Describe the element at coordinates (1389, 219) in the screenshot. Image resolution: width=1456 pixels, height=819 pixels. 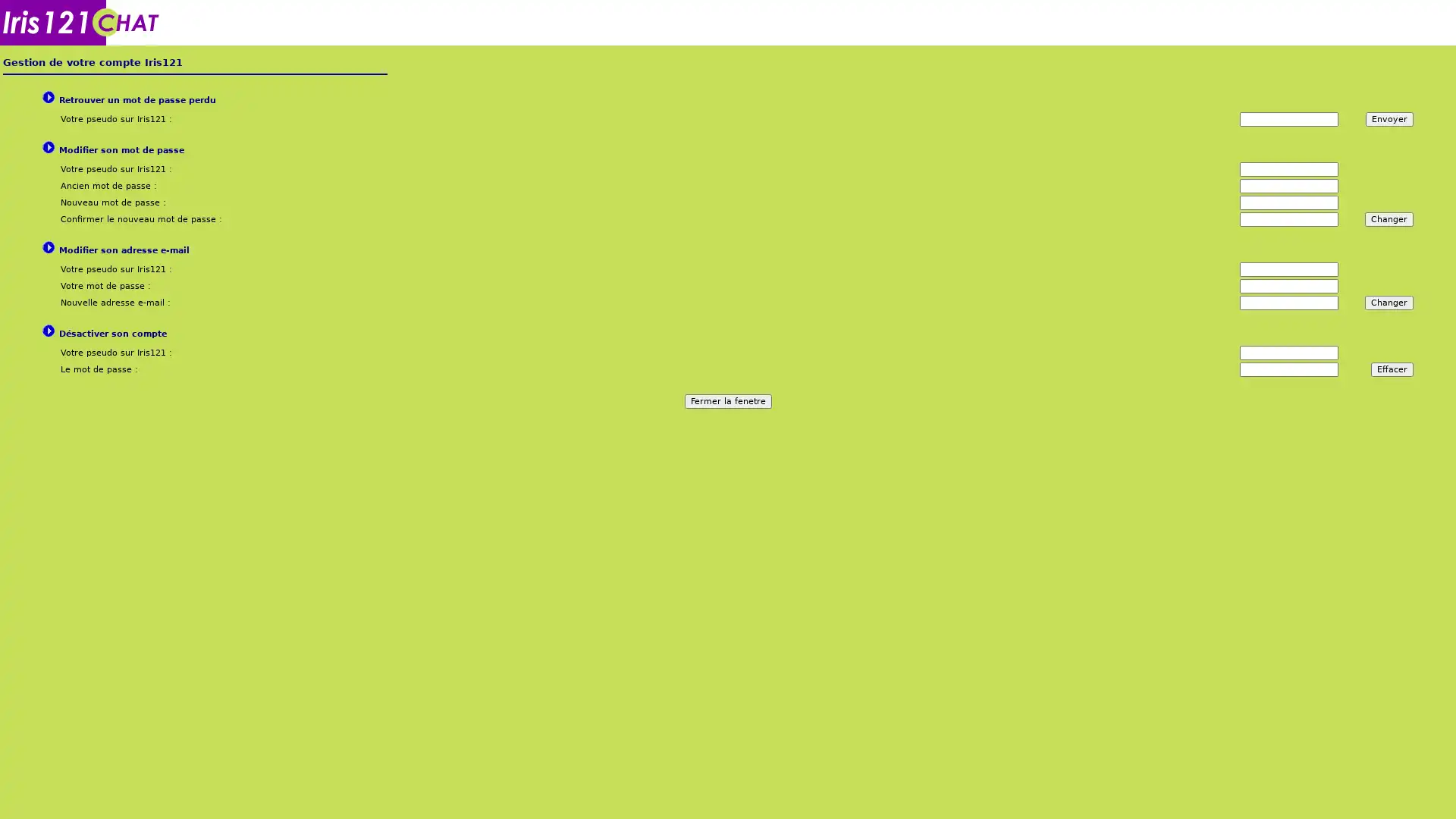
I see `Changer` at that location.